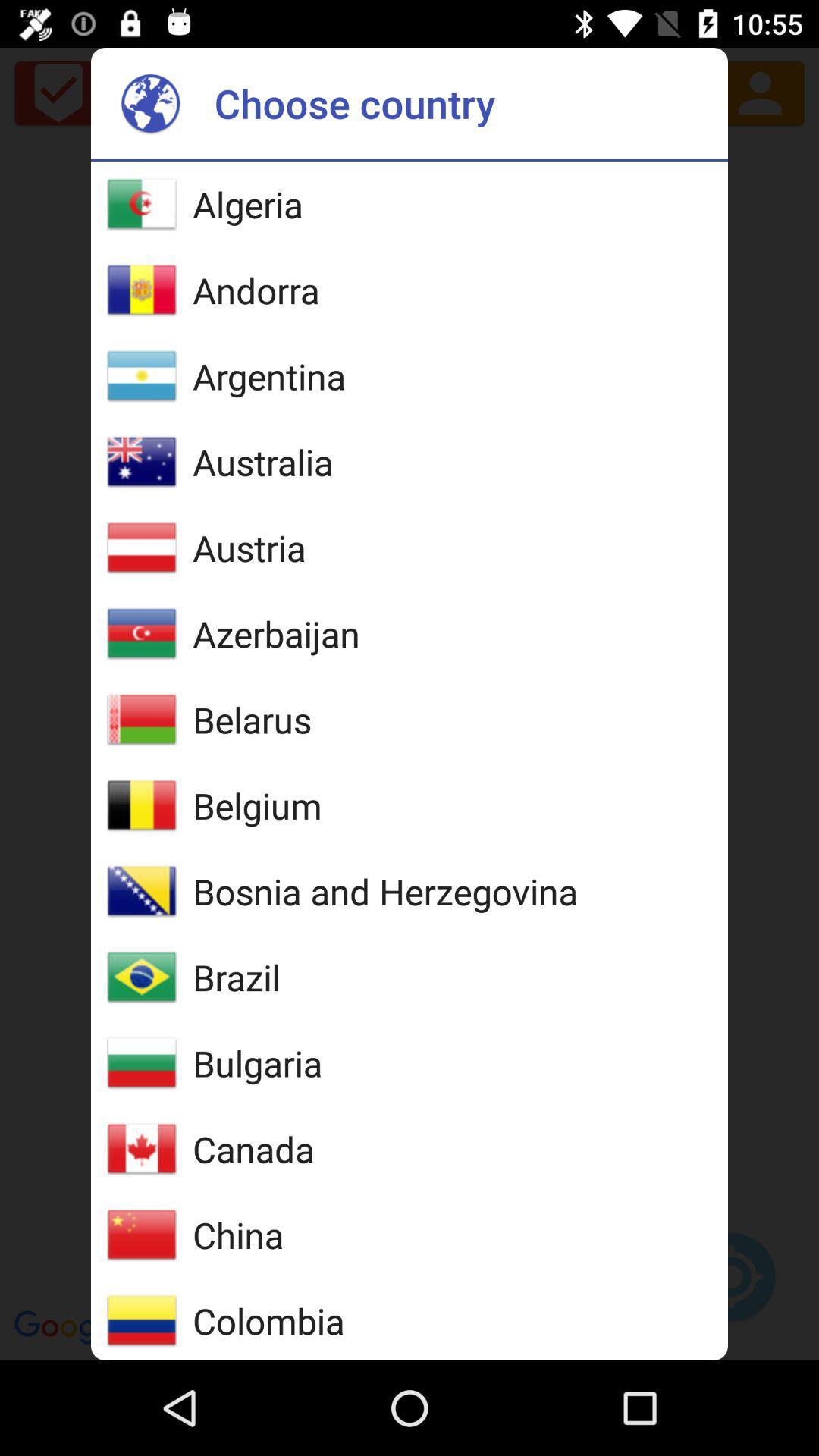  What do you see at coordinates (253, 1149) in the screenshot?
I see `the canada icon` at bounding box center [253, 1149].